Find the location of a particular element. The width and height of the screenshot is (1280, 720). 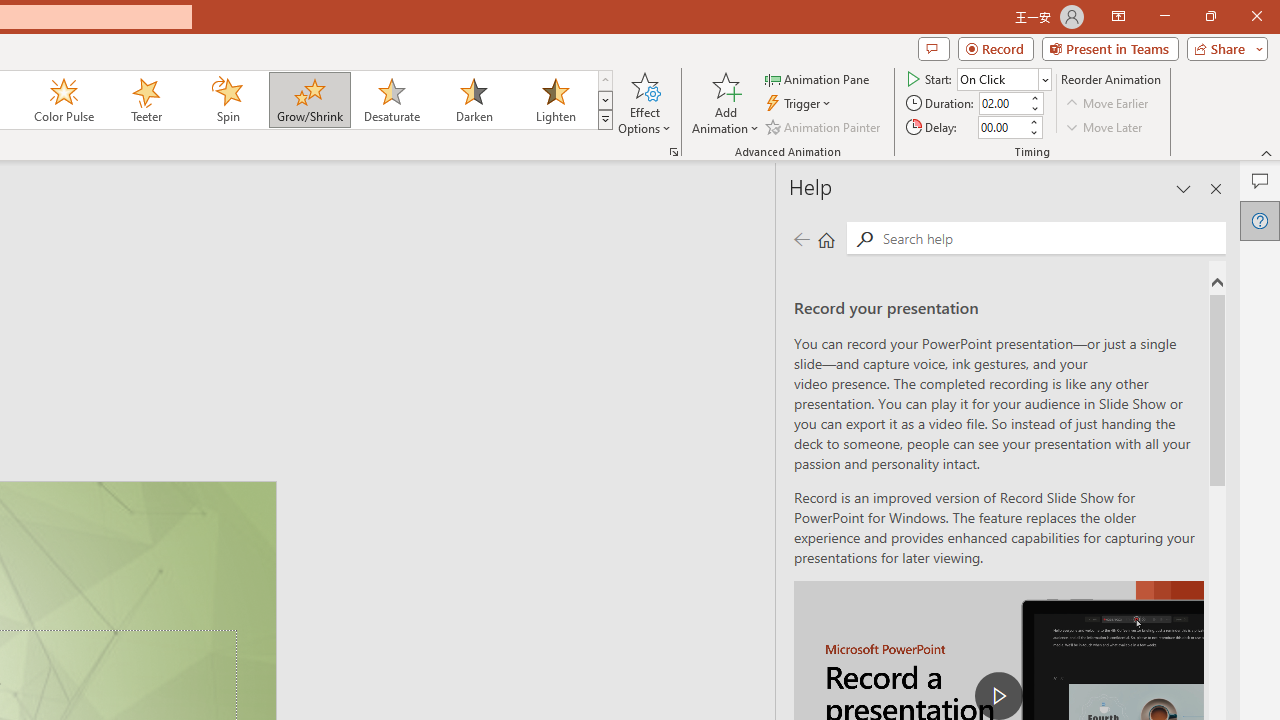

'play Record a Presentation' is located at coordinates (999, 694).